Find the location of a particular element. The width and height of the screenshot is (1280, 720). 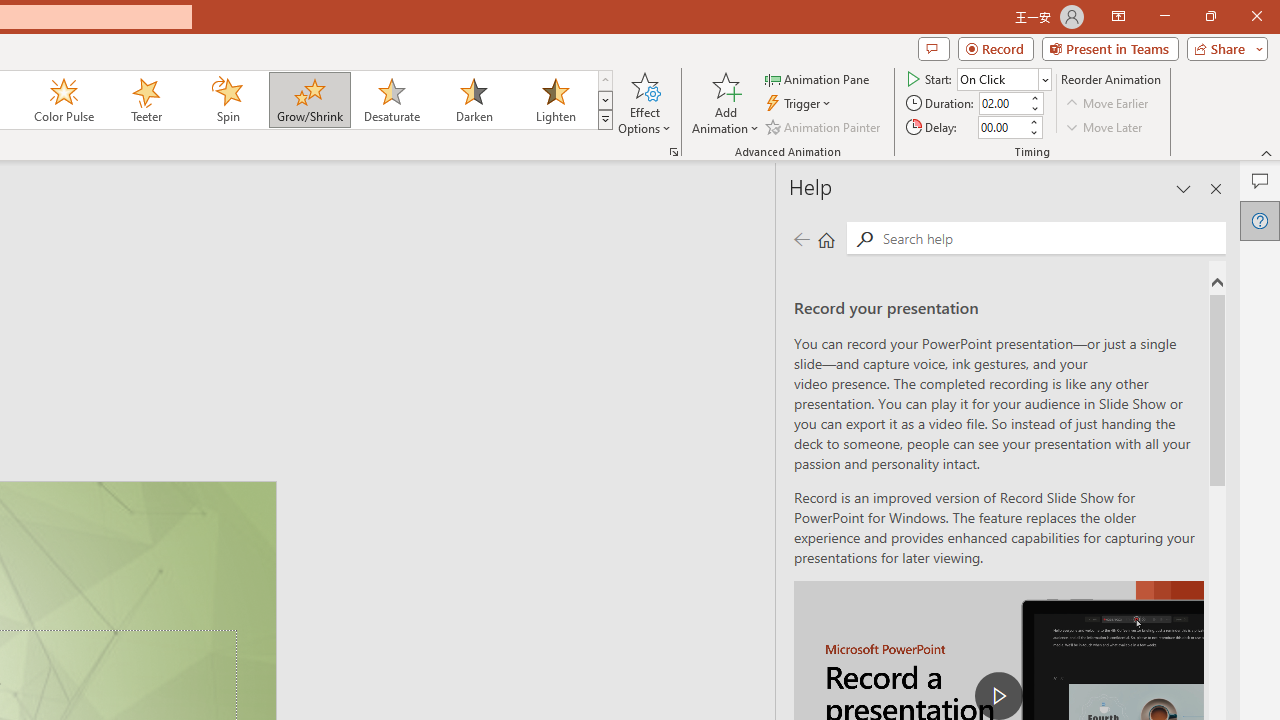

'play Record a Presentation' is located at coordinates (999, 694).